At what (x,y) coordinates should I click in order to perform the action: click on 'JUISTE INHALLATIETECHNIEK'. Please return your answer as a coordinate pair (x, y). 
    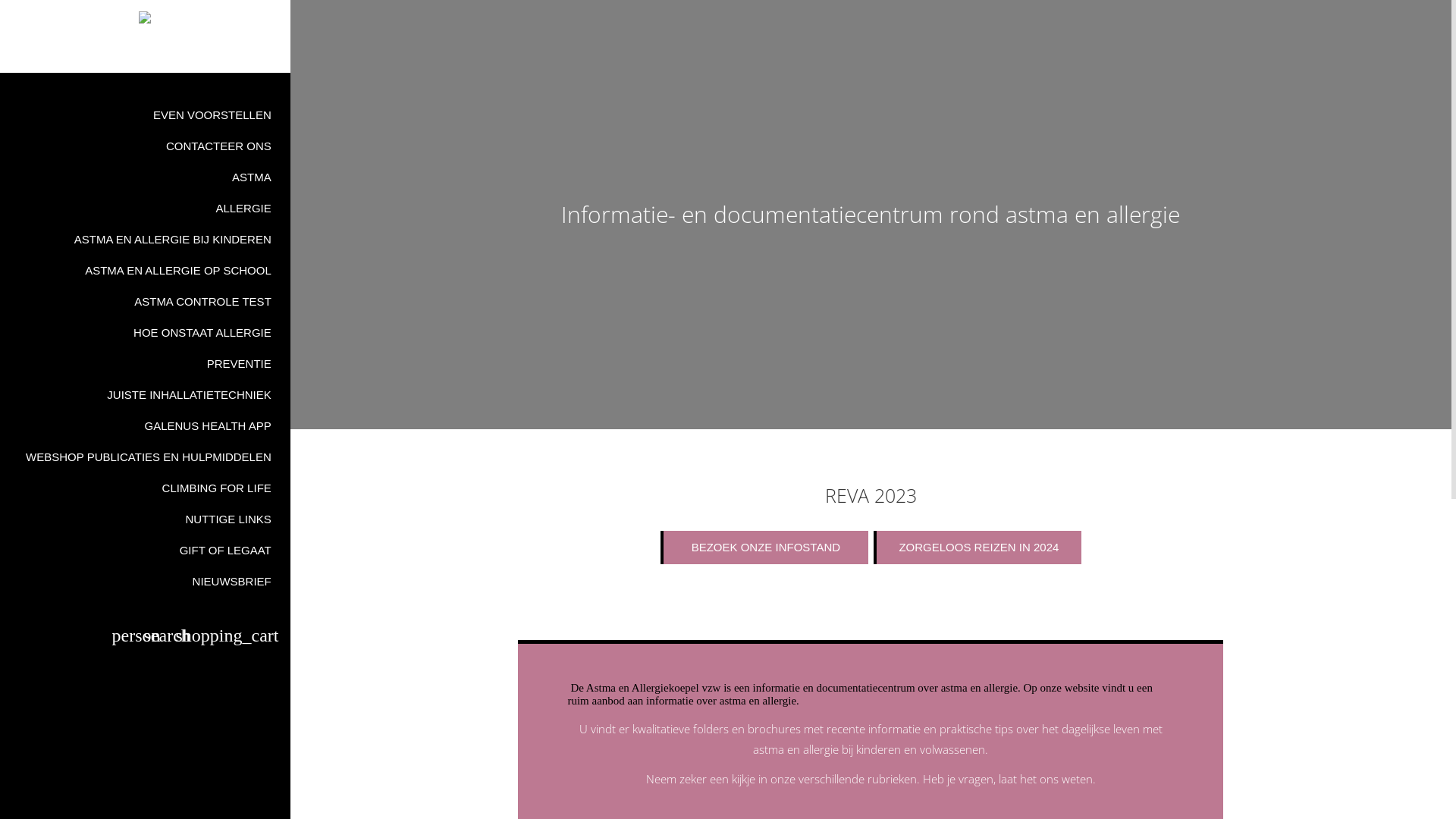
    Looking at the image, I should click on (145, 394).